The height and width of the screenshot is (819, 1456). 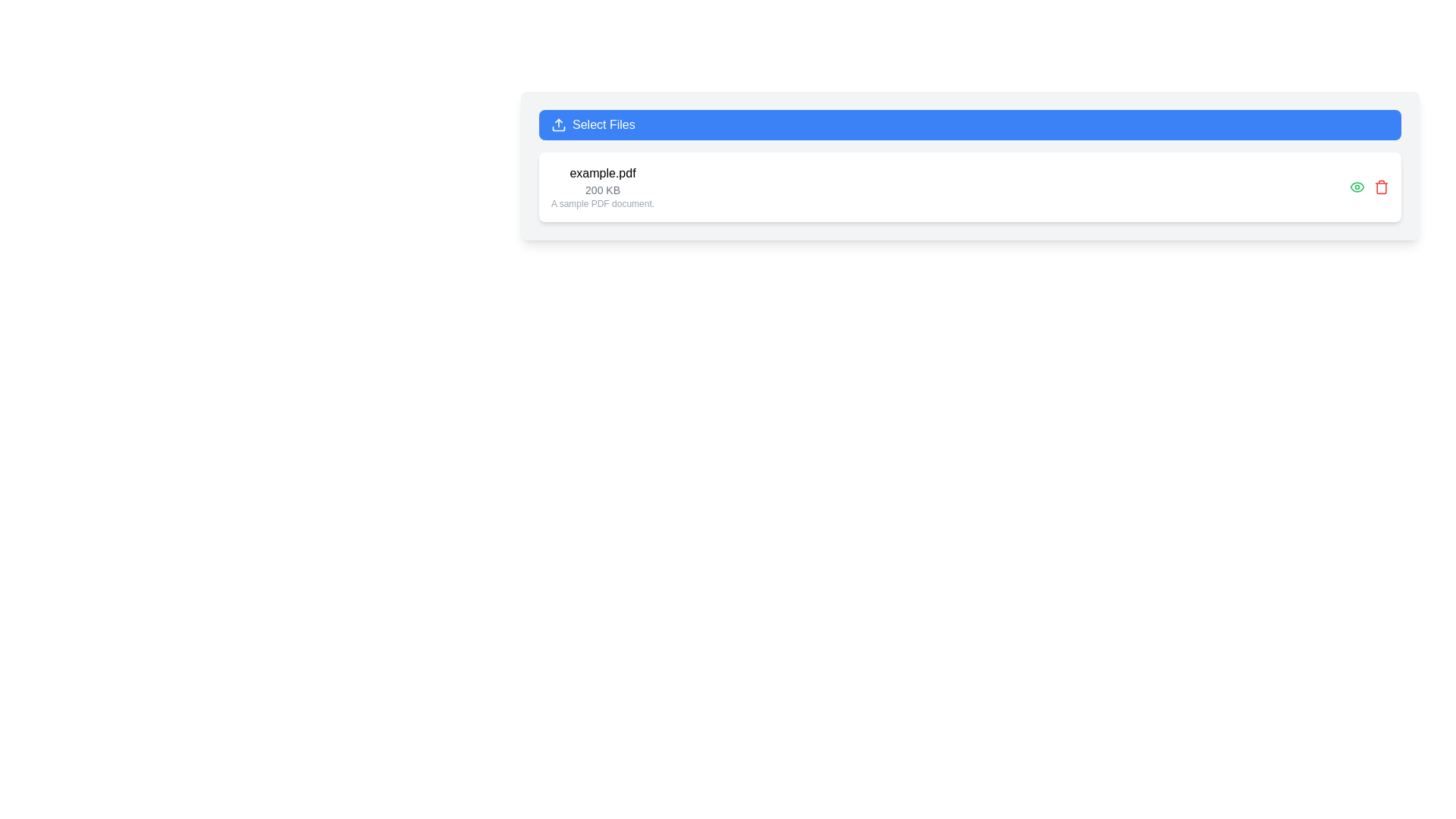 I want to click on keyboard navigation, so click(x=1369, y=186).